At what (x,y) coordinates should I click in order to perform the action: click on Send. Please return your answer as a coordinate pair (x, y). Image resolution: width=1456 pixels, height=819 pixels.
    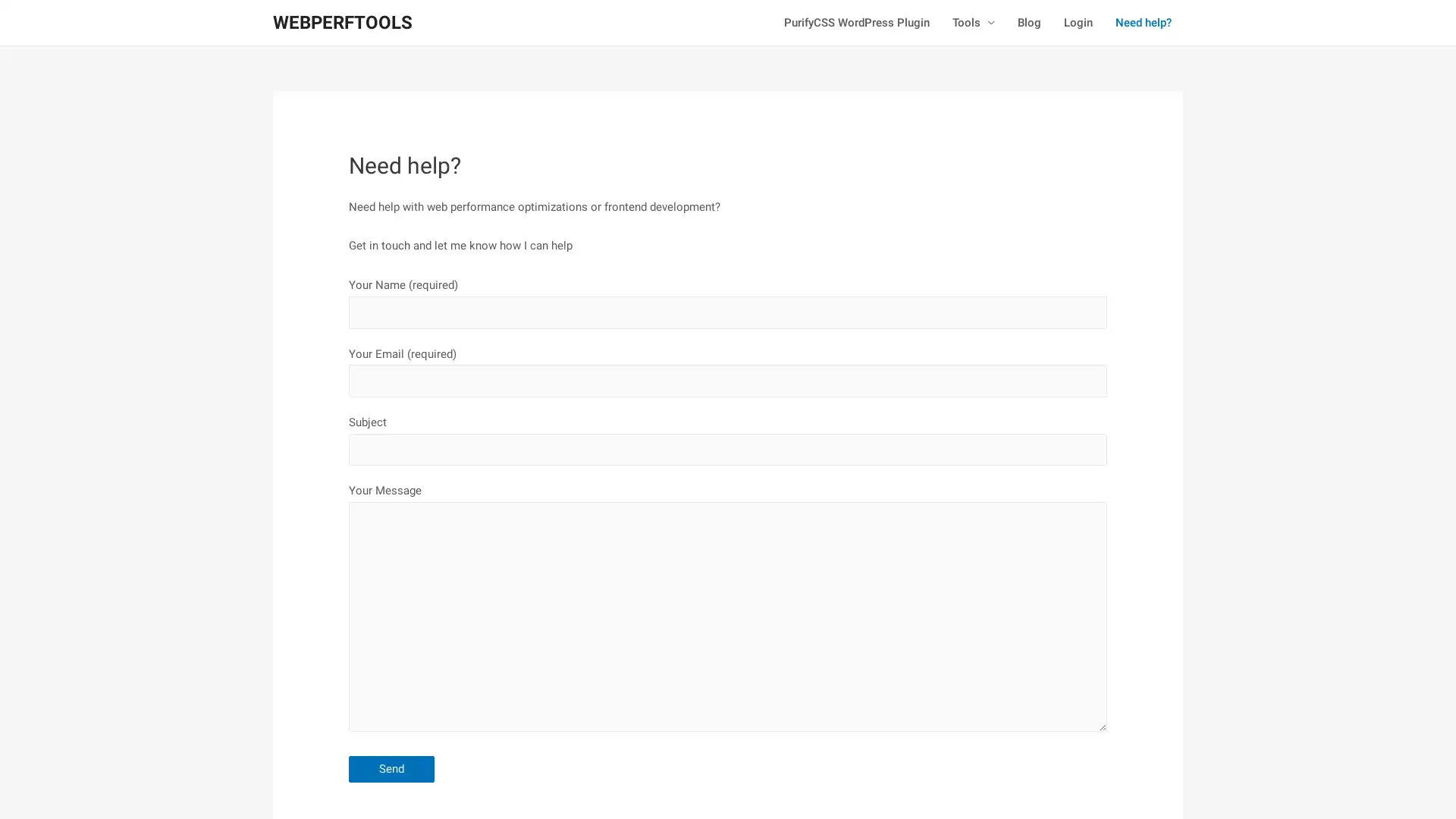
    Looking at the image, I should click on (391, 768).